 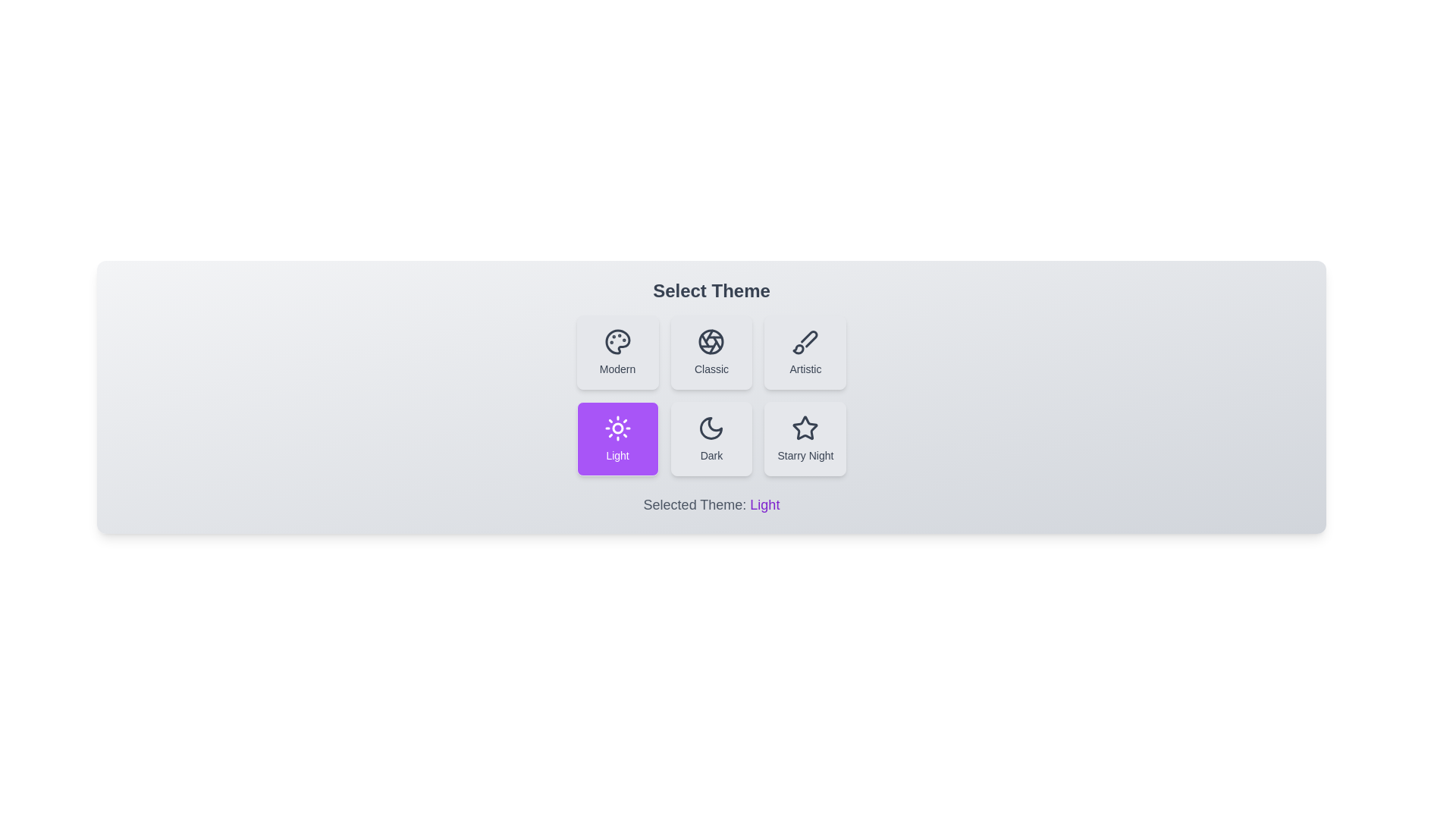 I want to click on the theme button corresponding to Dark to select it, so click(x=711, y=438).